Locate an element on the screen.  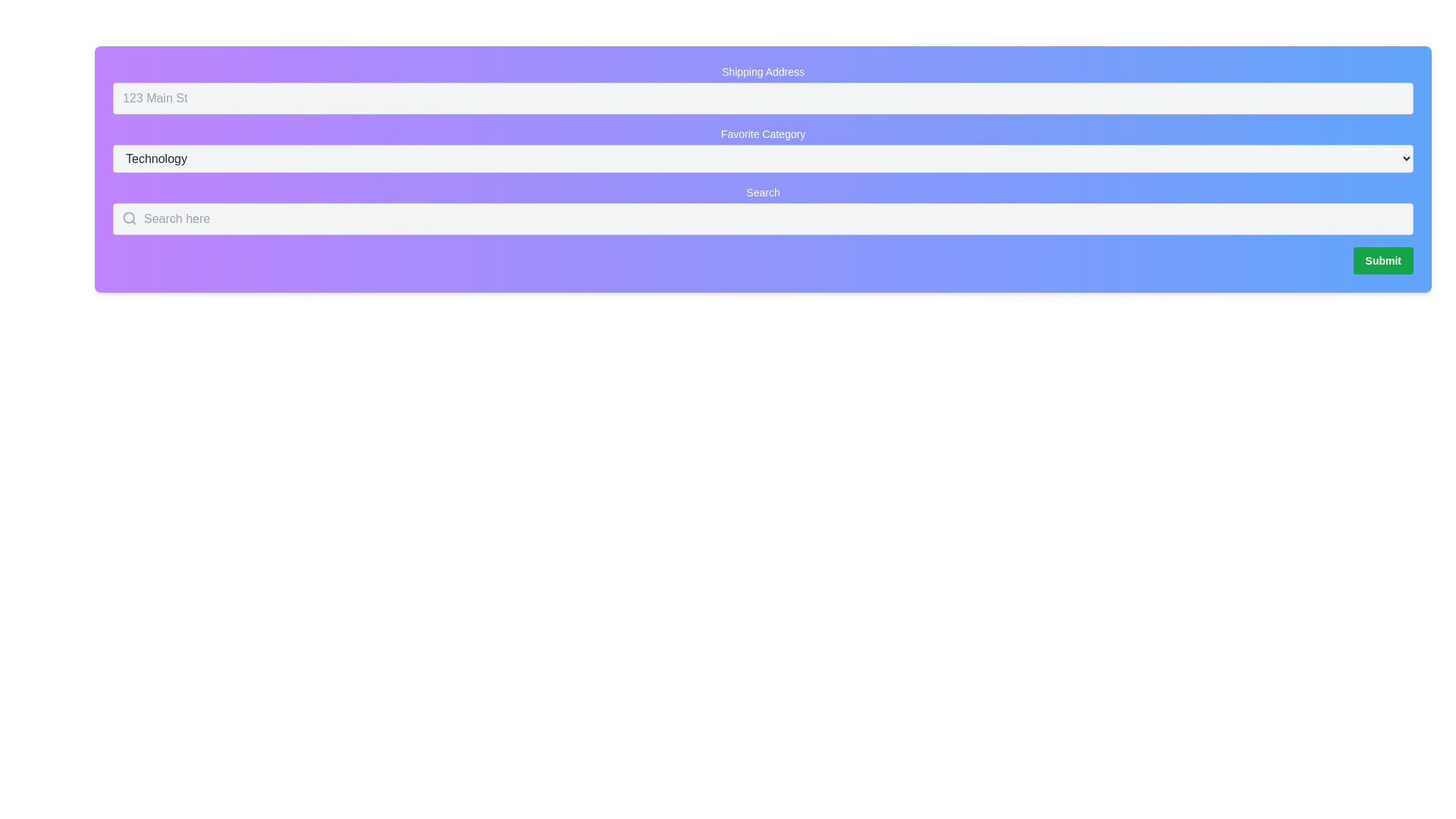
text from the descriptor label indicating the purpose of the dropdown menu located at the top center of the layout, above the dropdown field is located at coordinates (763, 133).